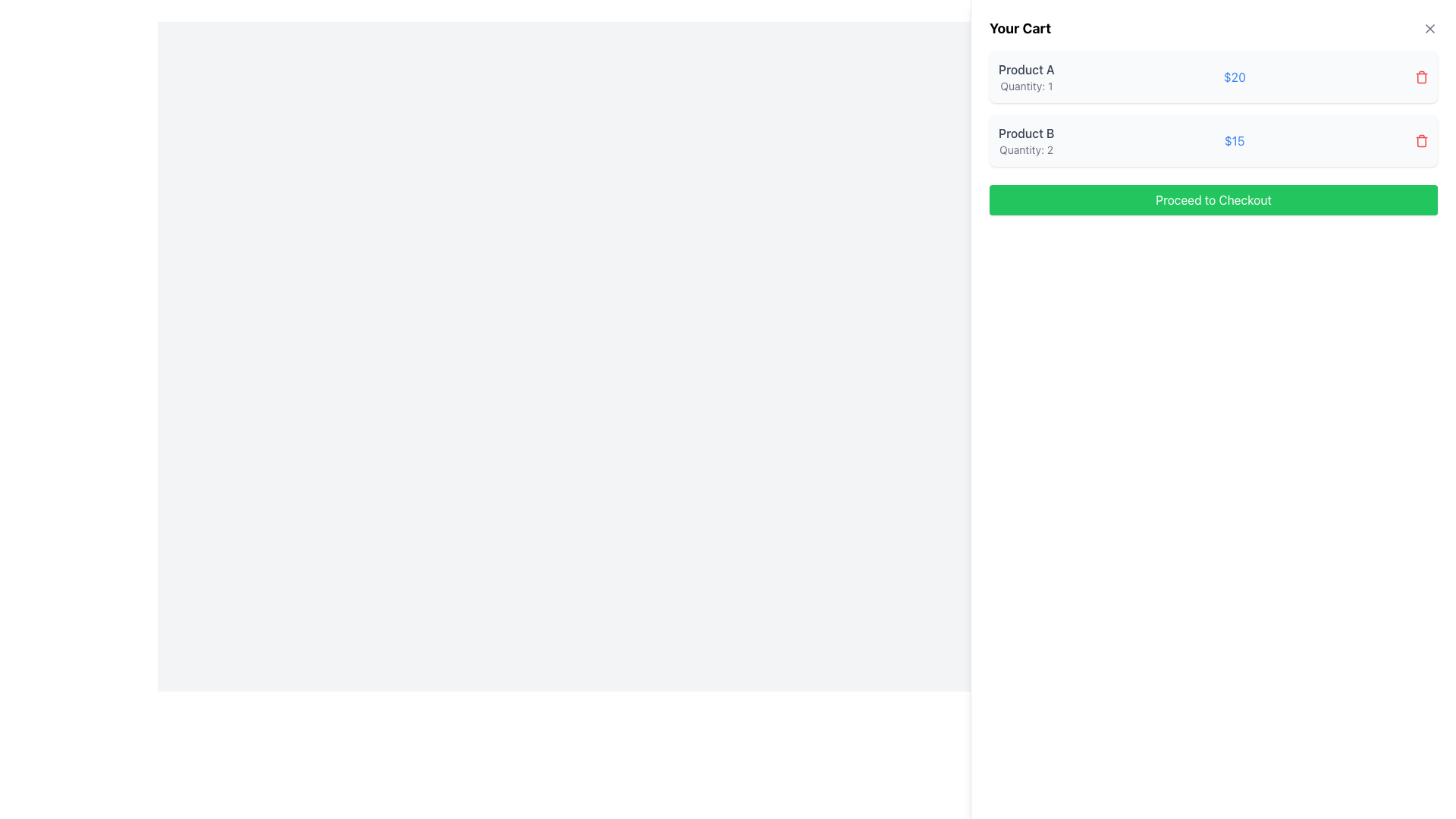  Describe the element at coordinates (1421, 77) in the screenshot. I see `the delete icon button located to the right of the 'Product A' entry` at that location.